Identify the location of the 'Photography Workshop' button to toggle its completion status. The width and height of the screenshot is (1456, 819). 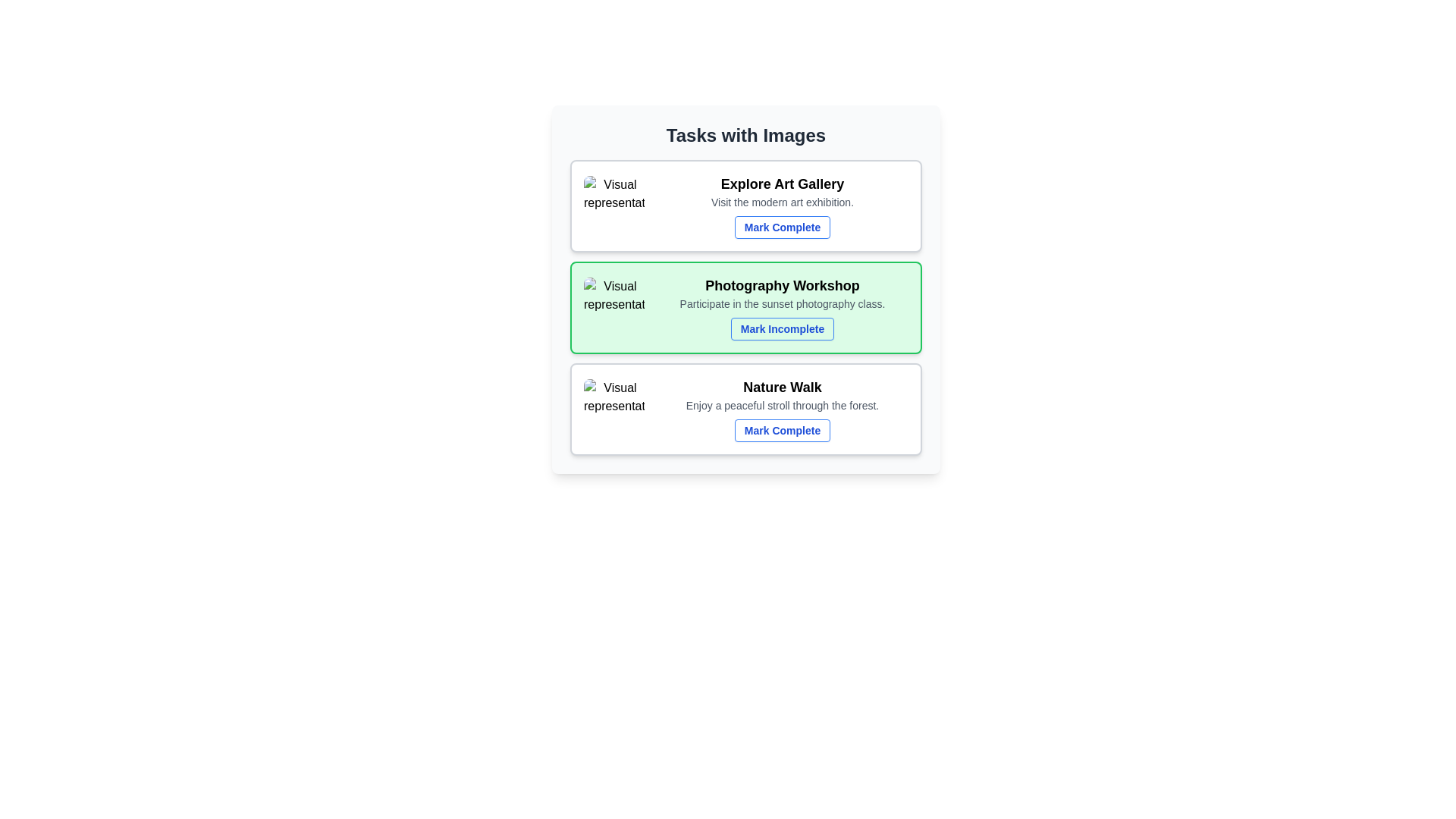
(783, 328).